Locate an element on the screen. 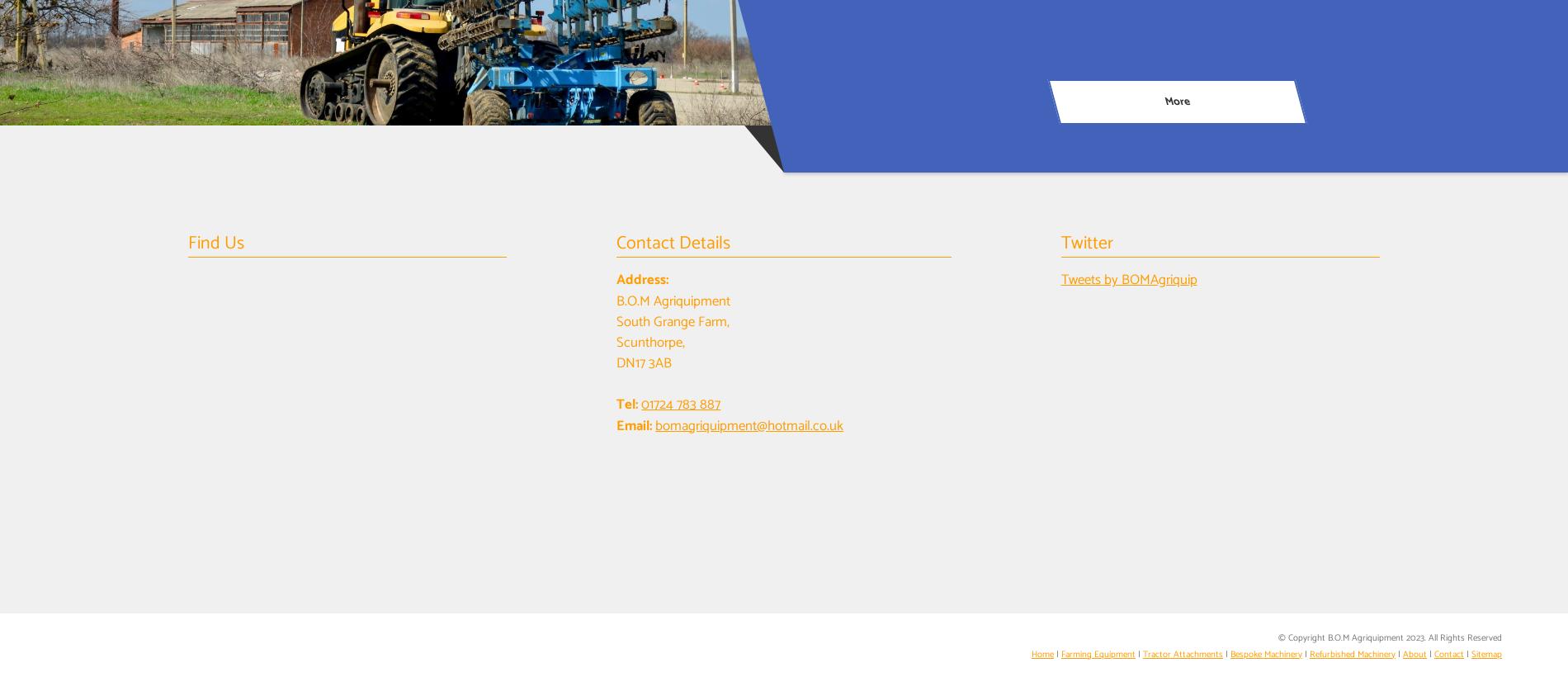  'B.O.M Agriquipment' is located at coordinates (673, 301).